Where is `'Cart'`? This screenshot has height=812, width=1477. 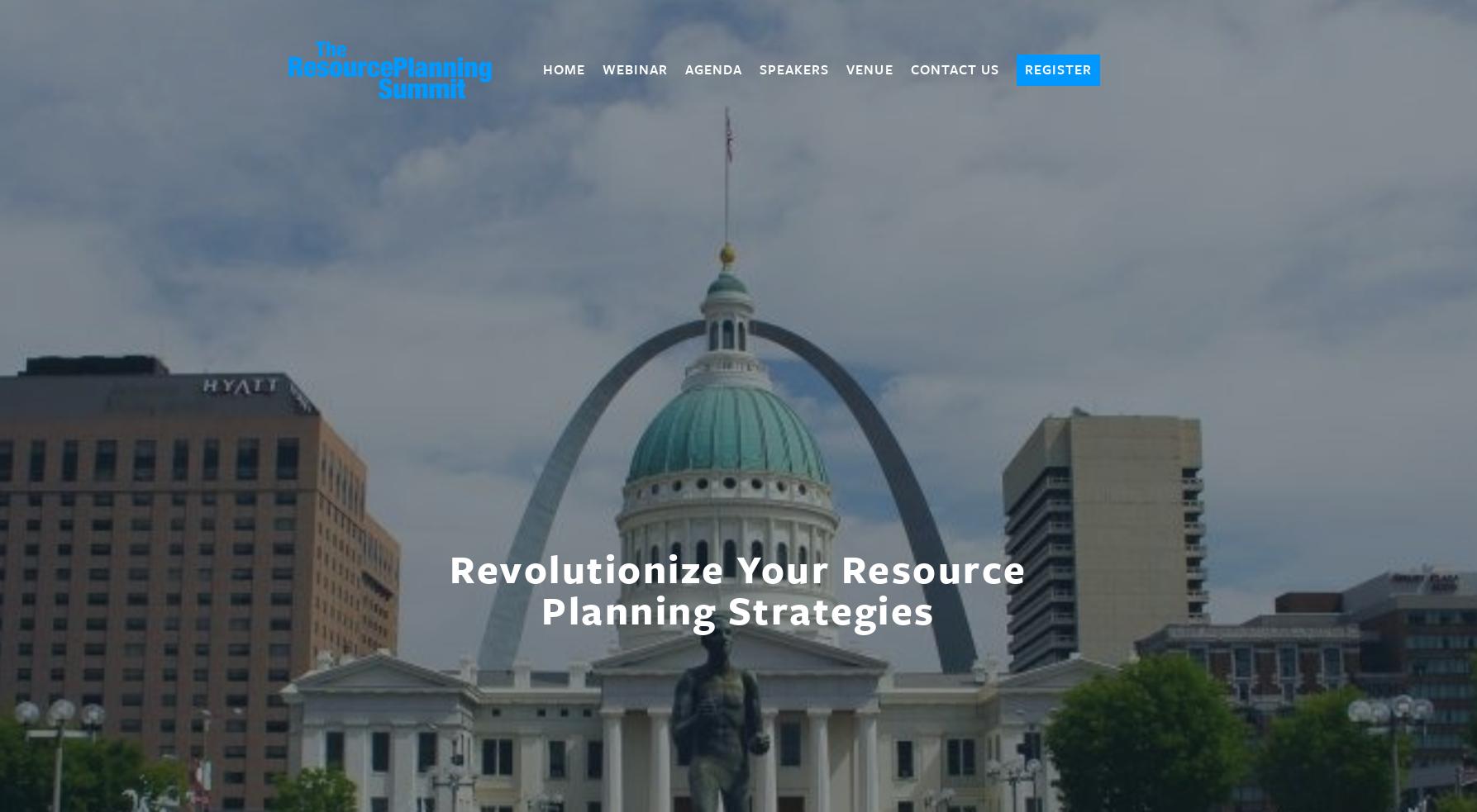 'Cart' is located at coordinates (1153, 69).